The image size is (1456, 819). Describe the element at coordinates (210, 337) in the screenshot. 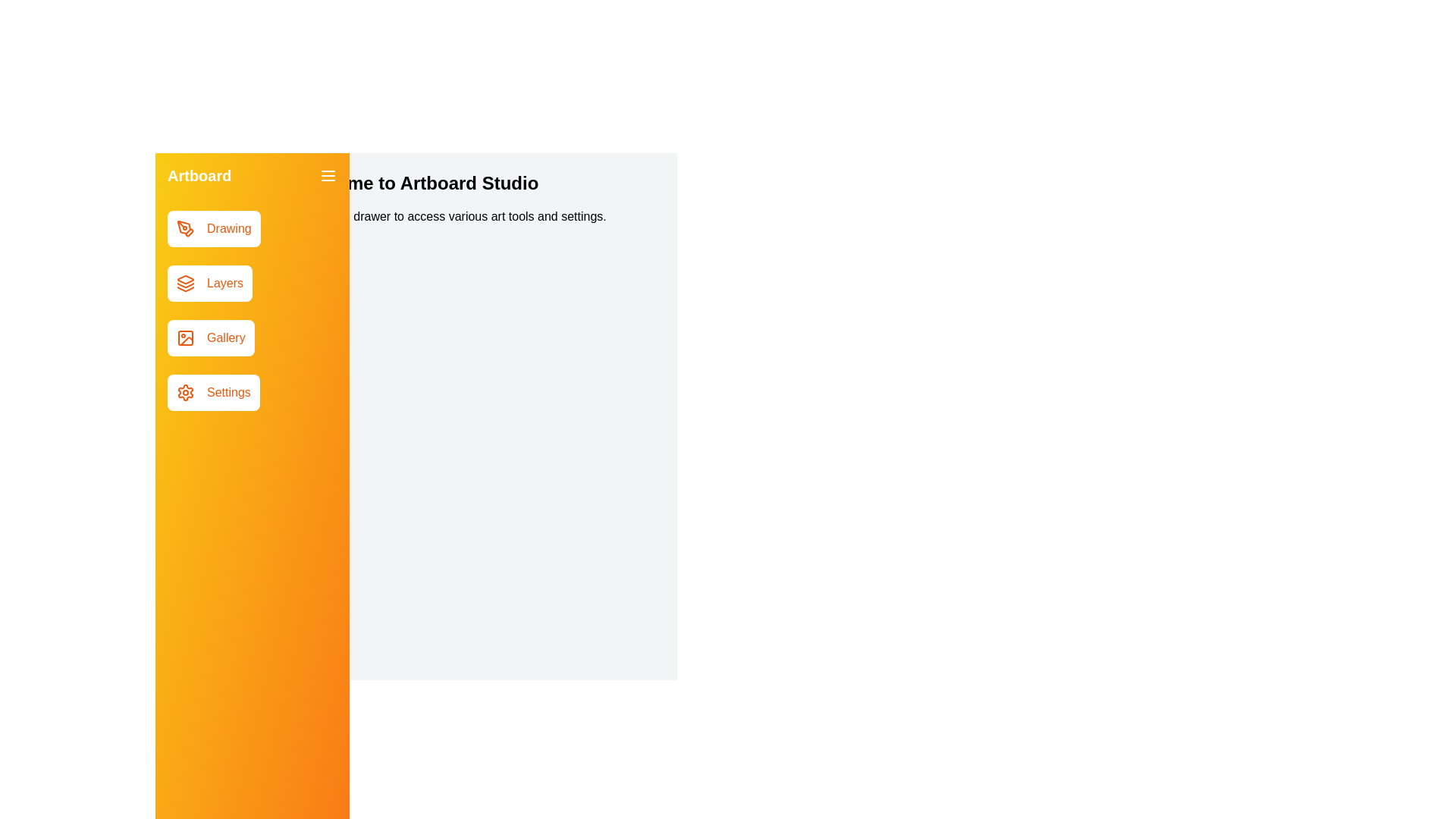

I see `the gallery tool button` at that location.